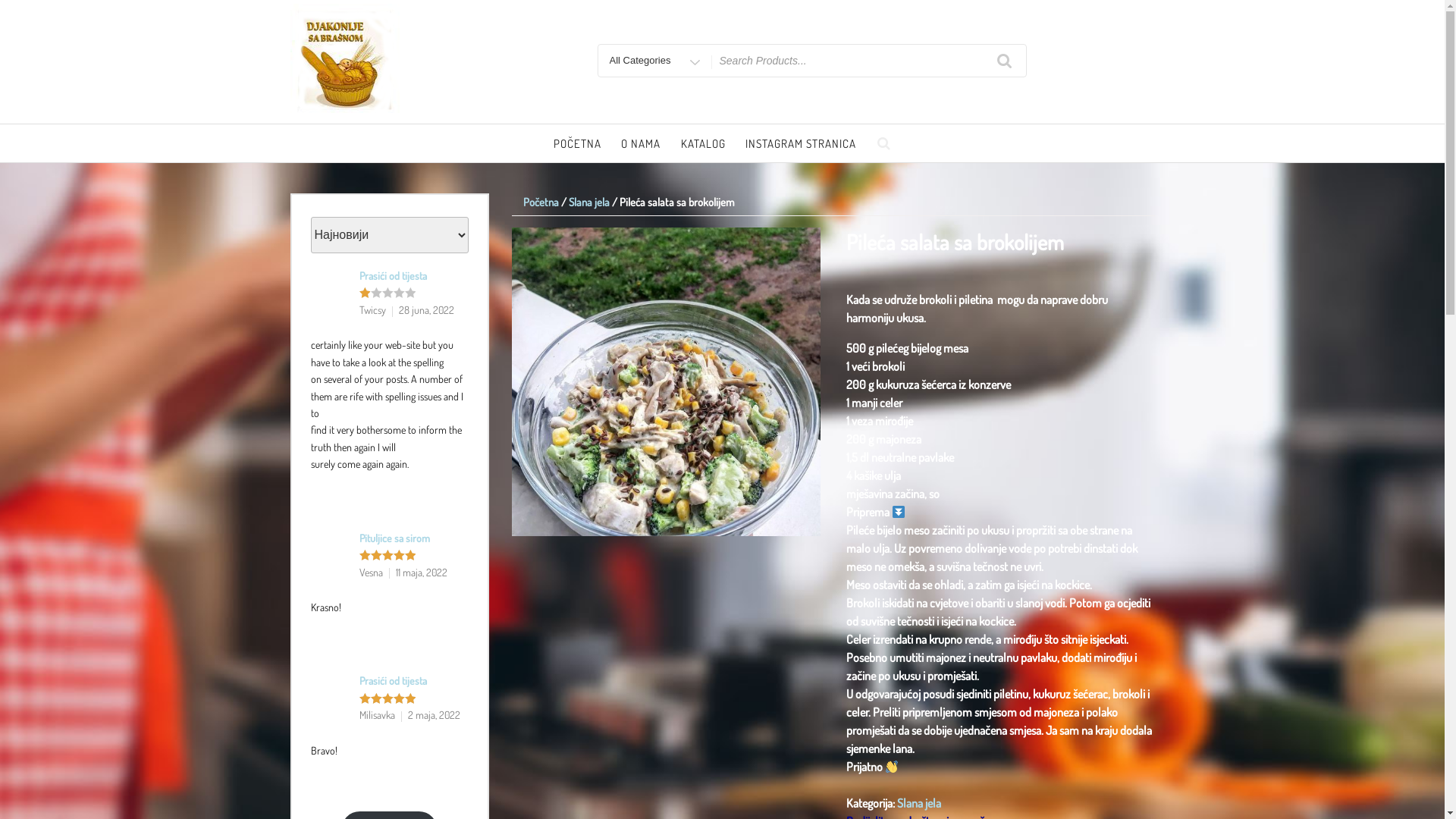 This screenshot has width=1456, height=819. I want to click on 'O NAMA', so click(612, 144).